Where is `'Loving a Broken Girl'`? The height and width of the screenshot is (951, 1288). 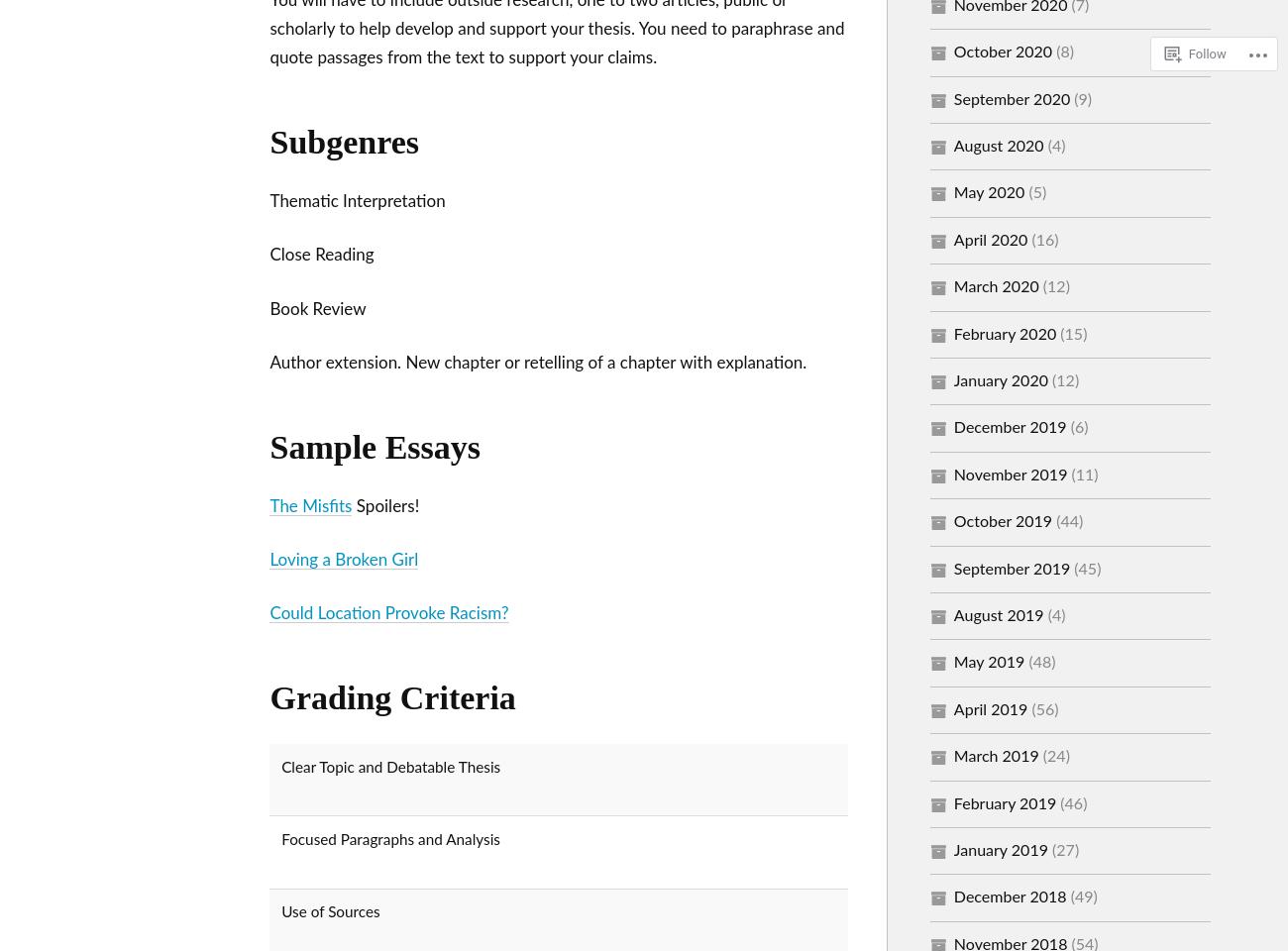
'Loving a Broken Girl' is located at coordinates (342, 560).